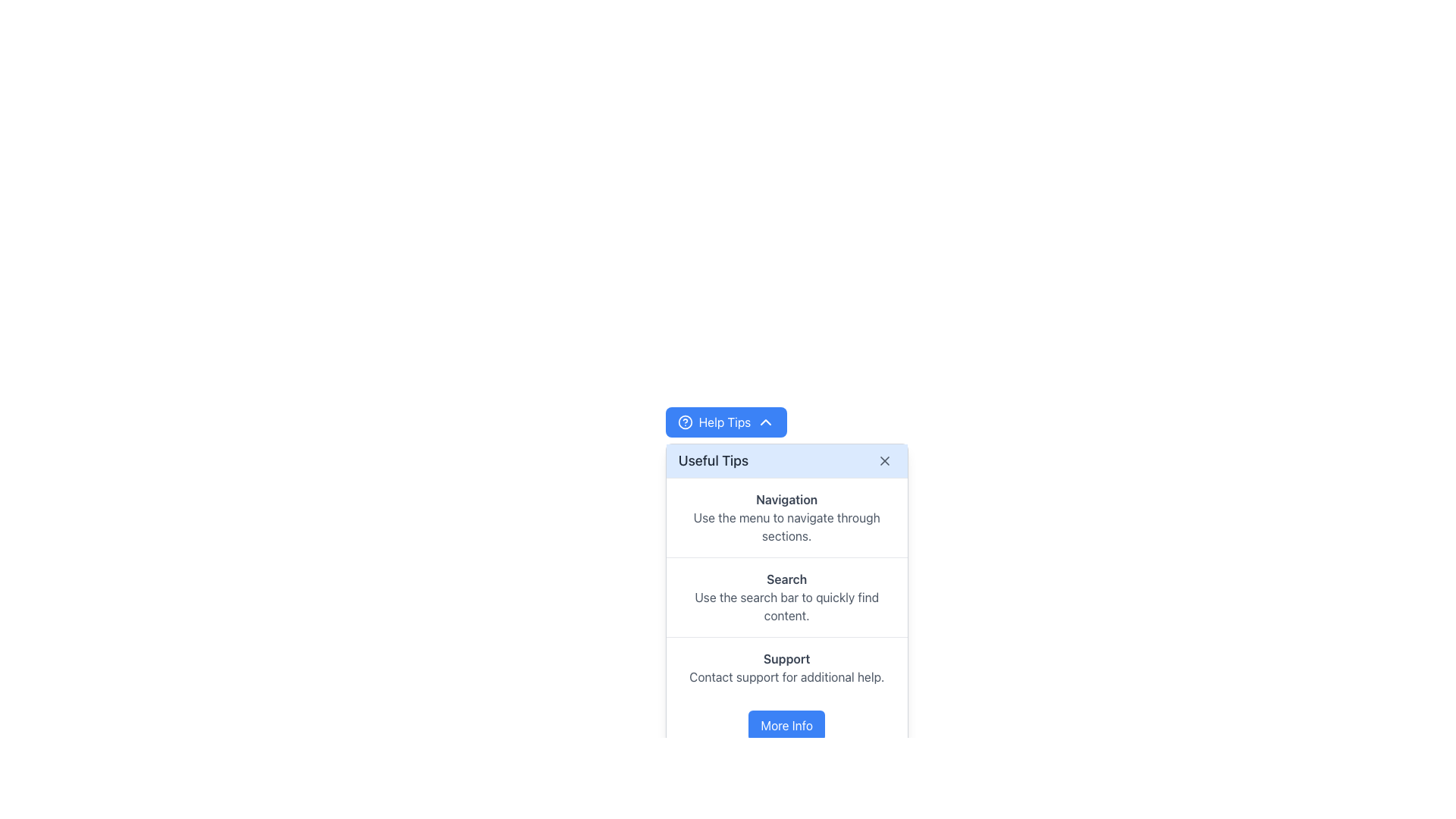 The width and height of the screenshot is (1456, 819). What do you see at coordinates (766, 422) in the screenshot?
I see `the expand/collapse icon located to the right of the 'Help Tips' button` at bounding box center [766, 422].